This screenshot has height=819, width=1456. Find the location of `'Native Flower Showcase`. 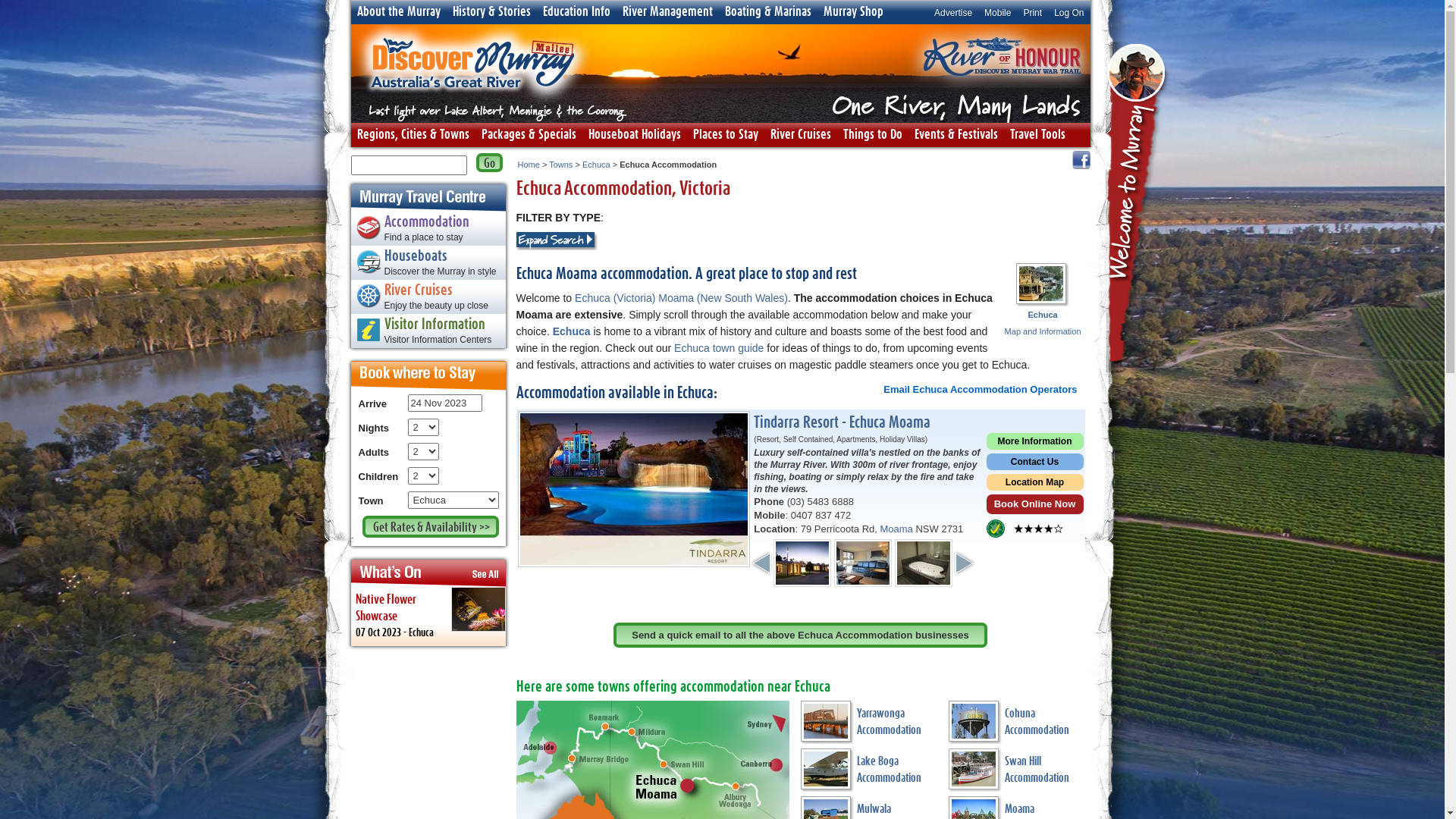

'Native Flower Showcase is located at coordinates (349, 617).